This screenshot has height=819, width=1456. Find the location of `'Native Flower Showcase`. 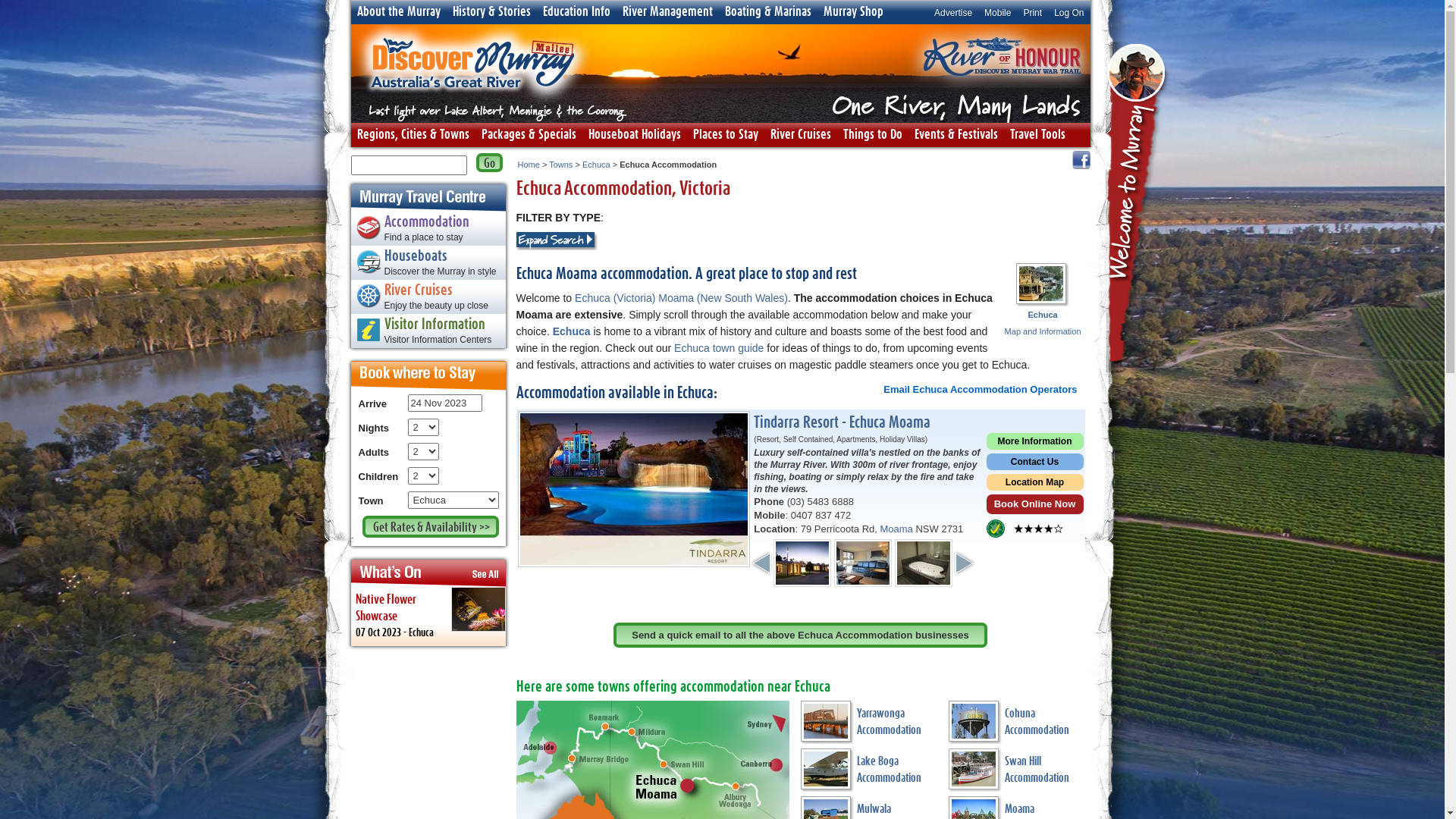

'Native Flower Showcase is located at coordinates (349, 617).